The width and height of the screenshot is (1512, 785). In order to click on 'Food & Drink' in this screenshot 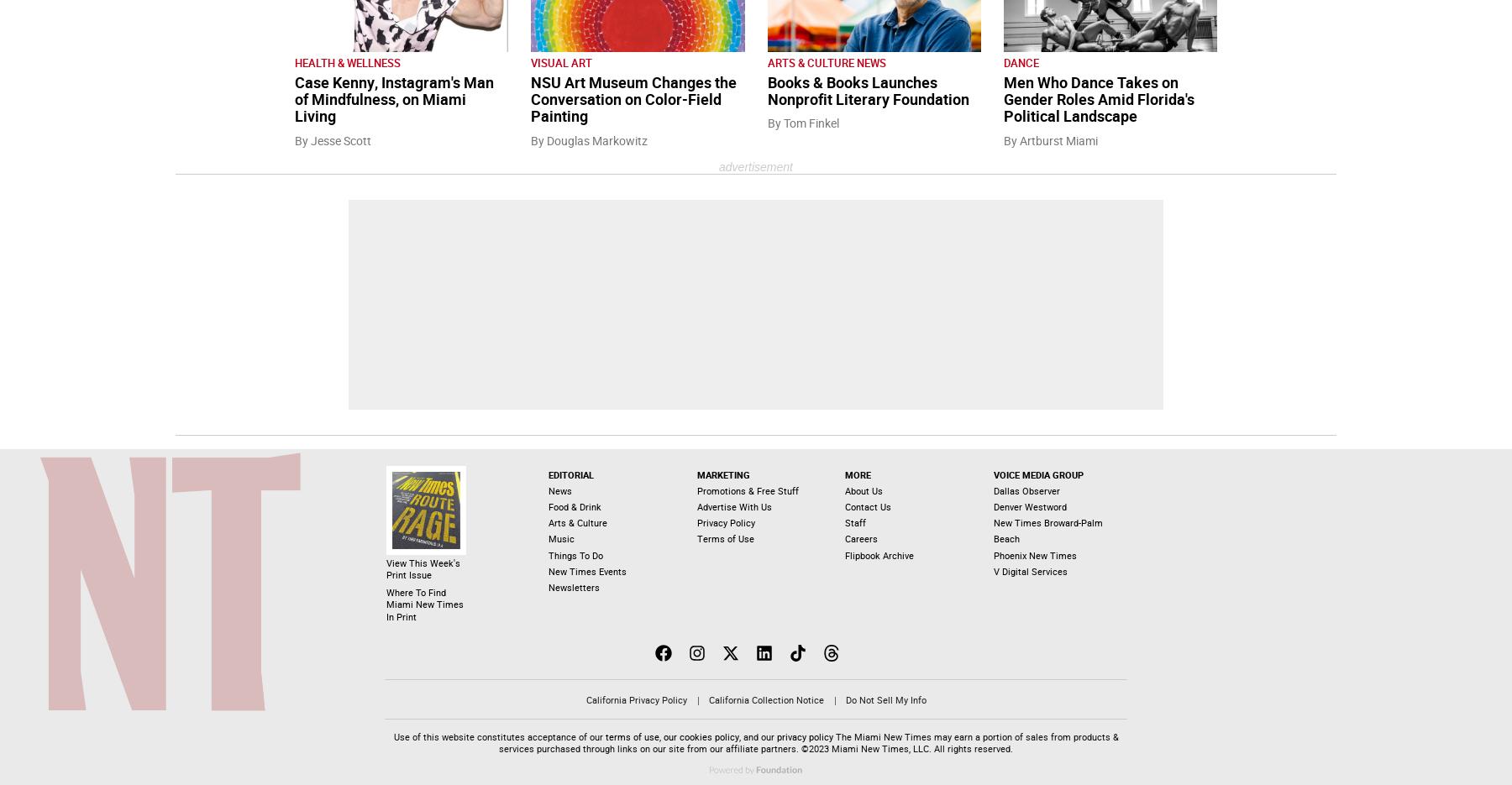, I will do `click(573, 505)`.